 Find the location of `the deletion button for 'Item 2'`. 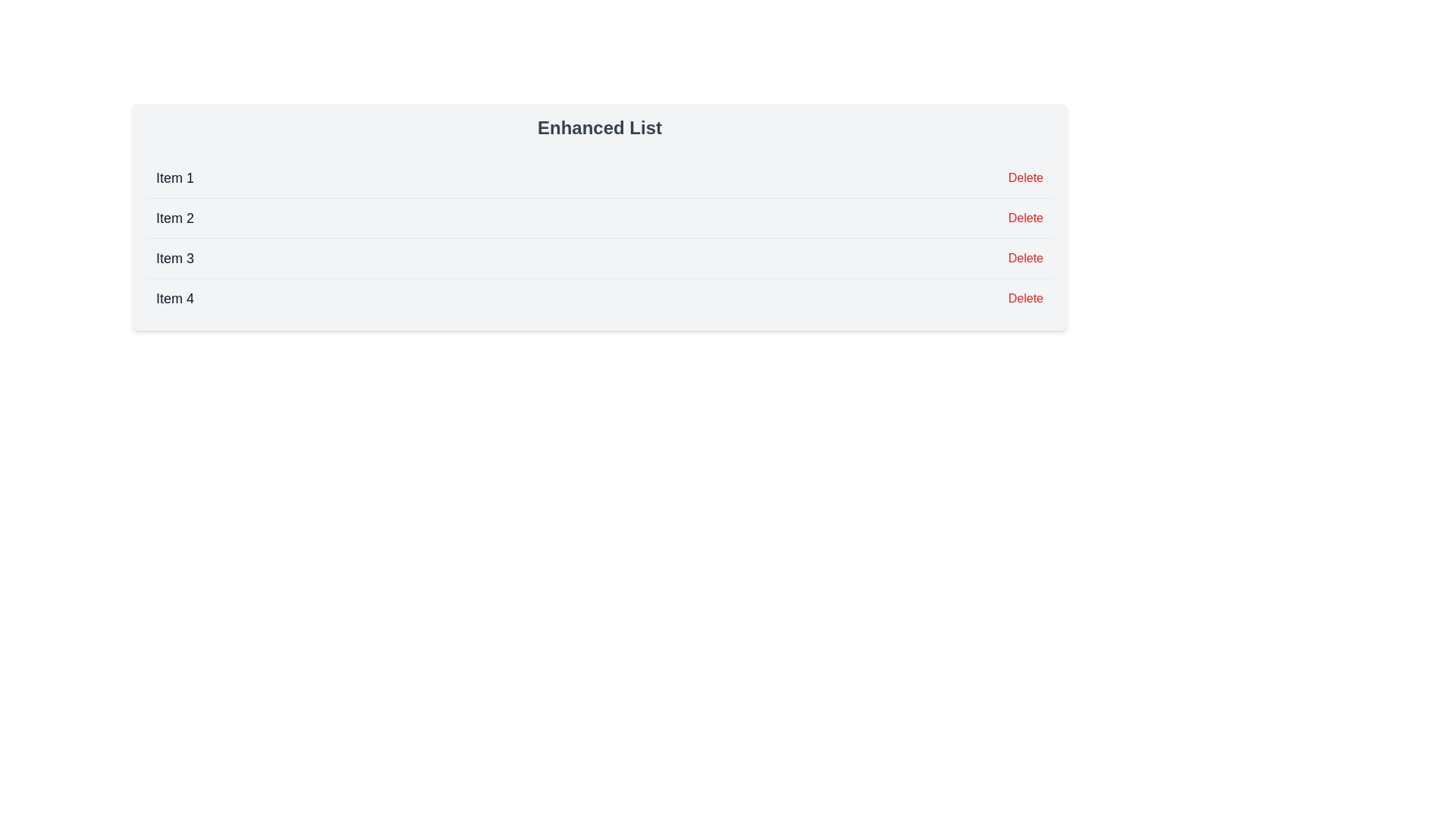

the deletion button for 'Item 2' is located at coordinates (1025, 218).